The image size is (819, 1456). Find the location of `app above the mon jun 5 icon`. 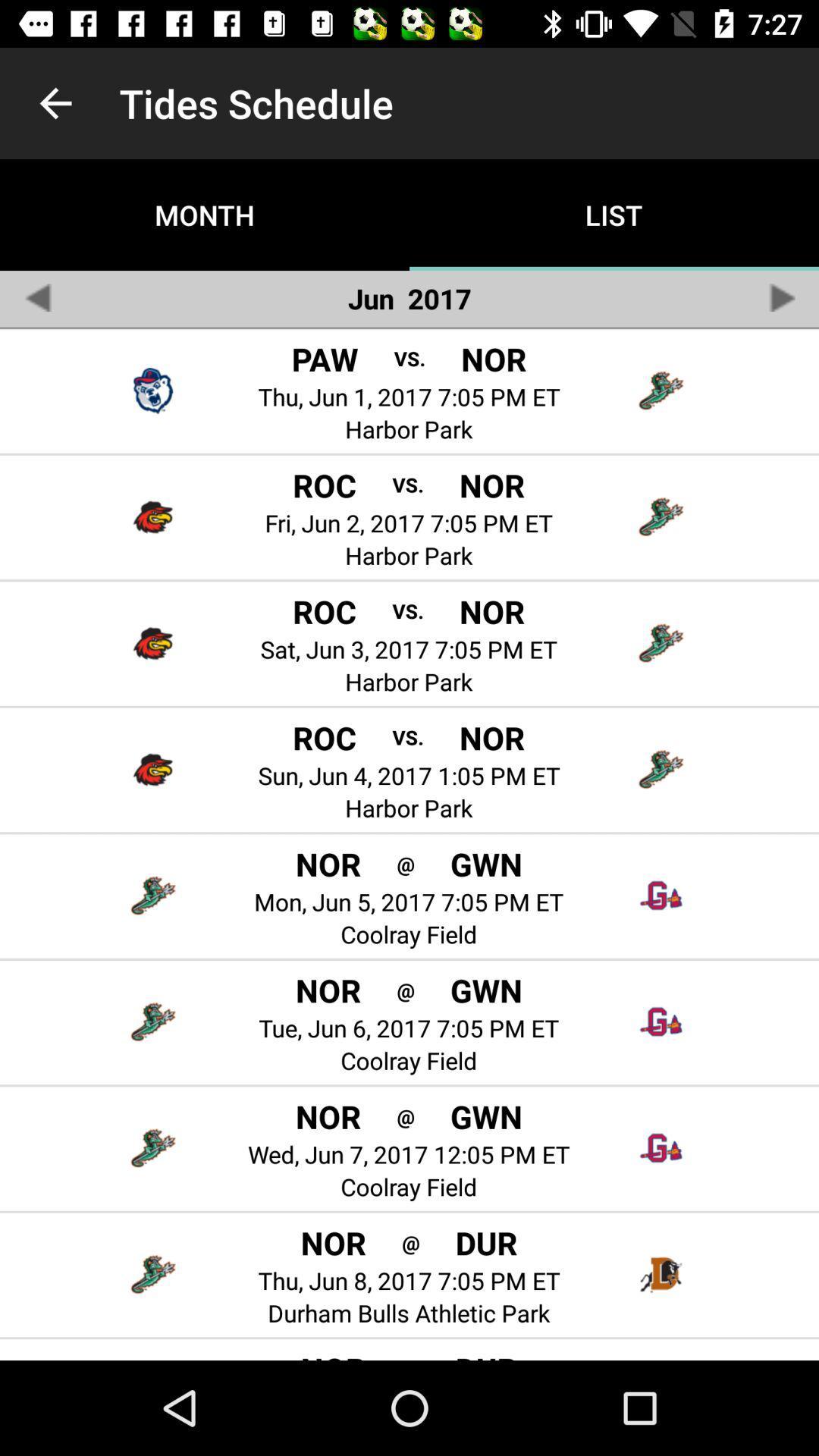

app above the mon jun 5 icon is located at coordinates (405, 863).